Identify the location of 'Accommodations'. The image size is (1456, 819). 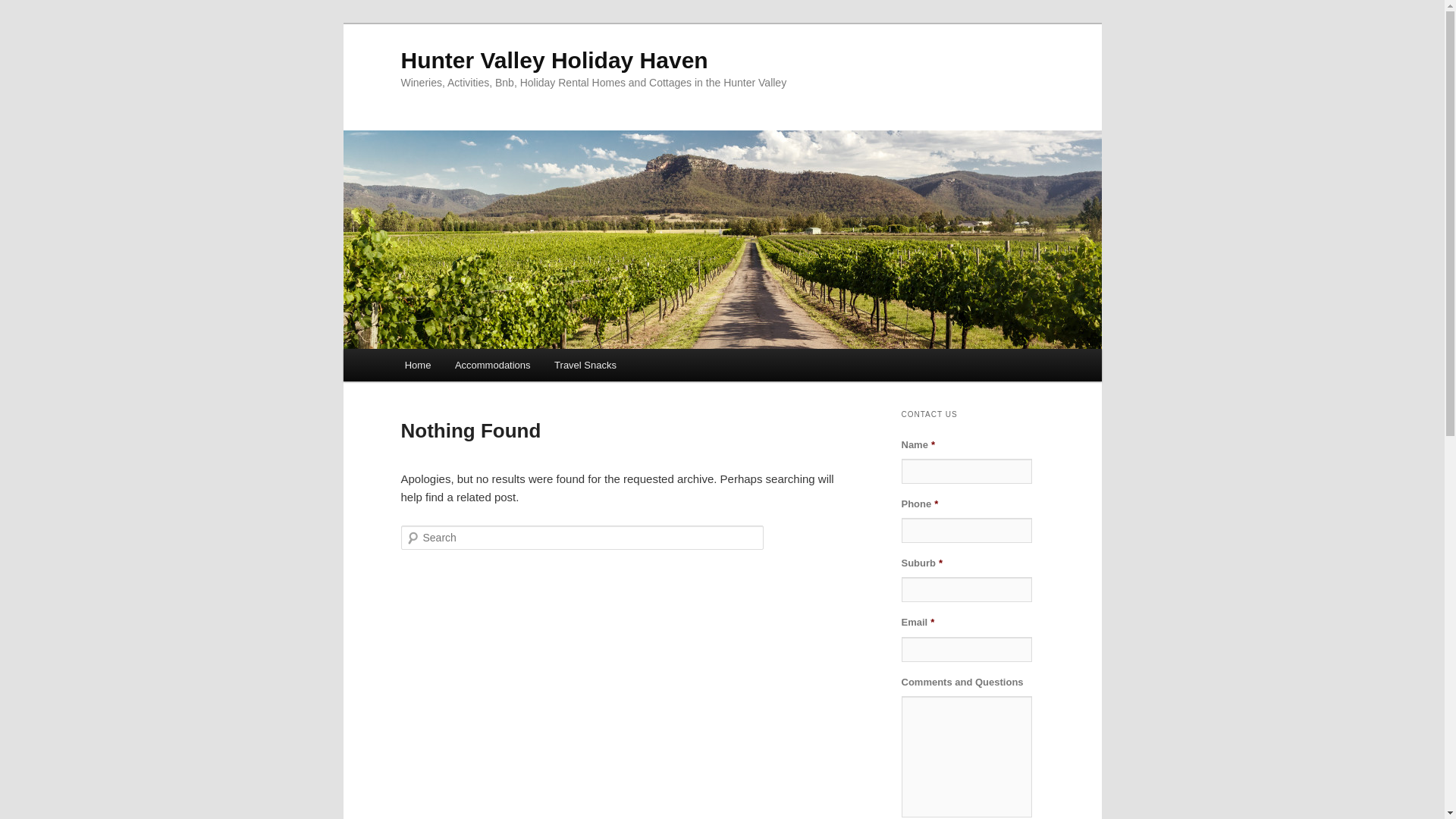
(442, 365).